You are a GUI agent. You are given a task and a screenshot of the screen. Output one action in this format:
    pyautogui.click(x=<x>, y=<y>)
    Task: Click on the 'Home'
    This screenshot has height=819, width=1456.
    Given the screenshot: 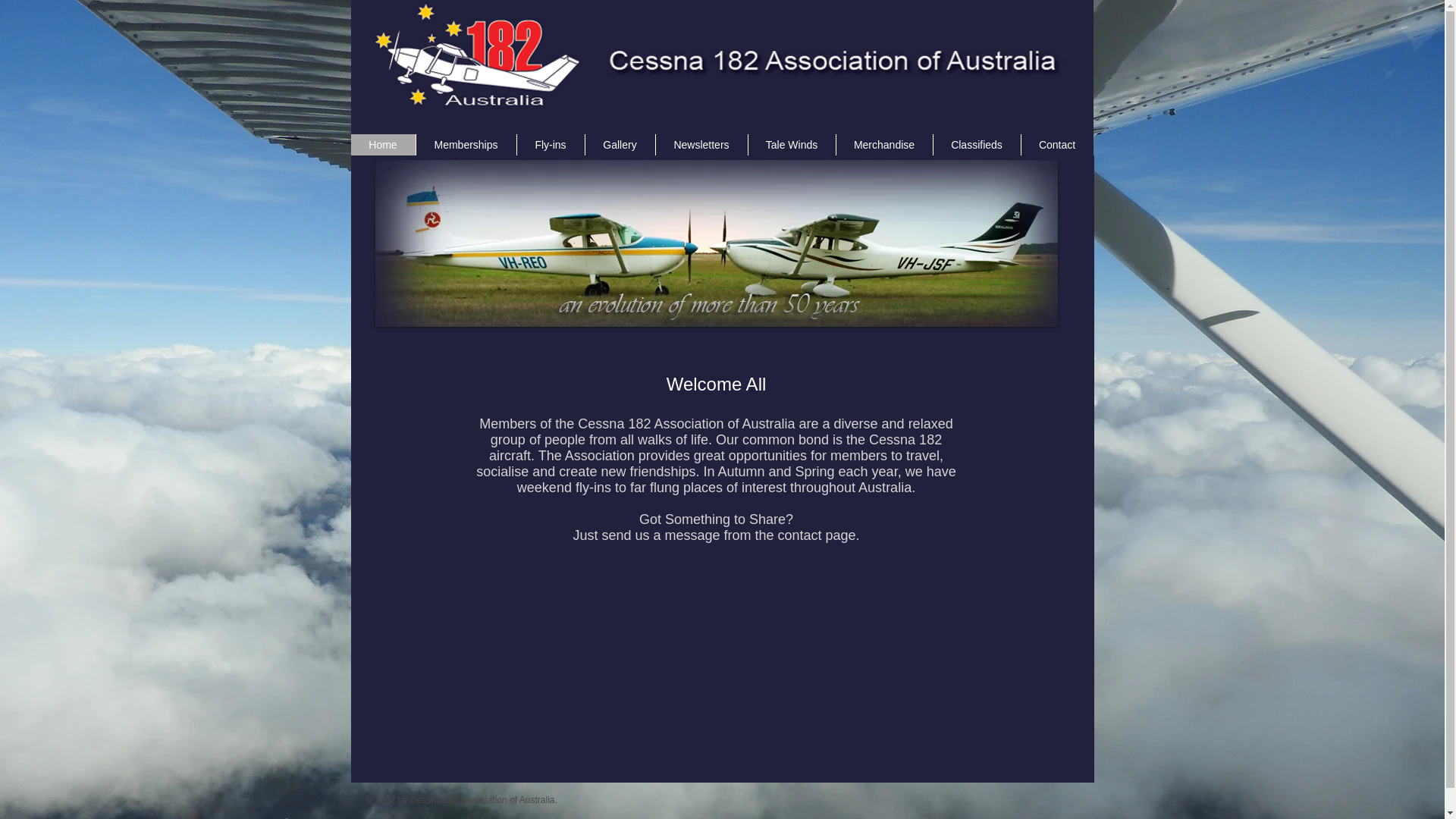 What is the action you would take?
    pyautogui.click(x=382, y=145)
    